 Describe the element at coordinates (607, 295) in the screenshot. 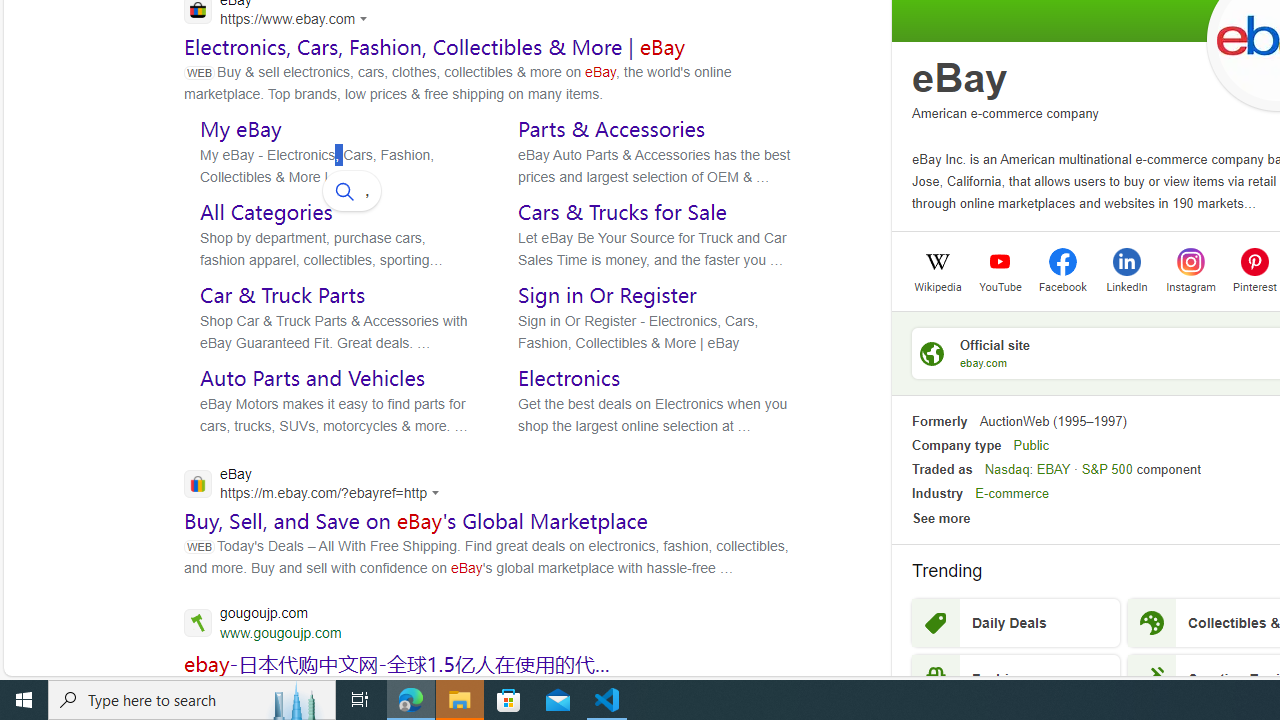

I see `'Sign in Or Register'` at that location.